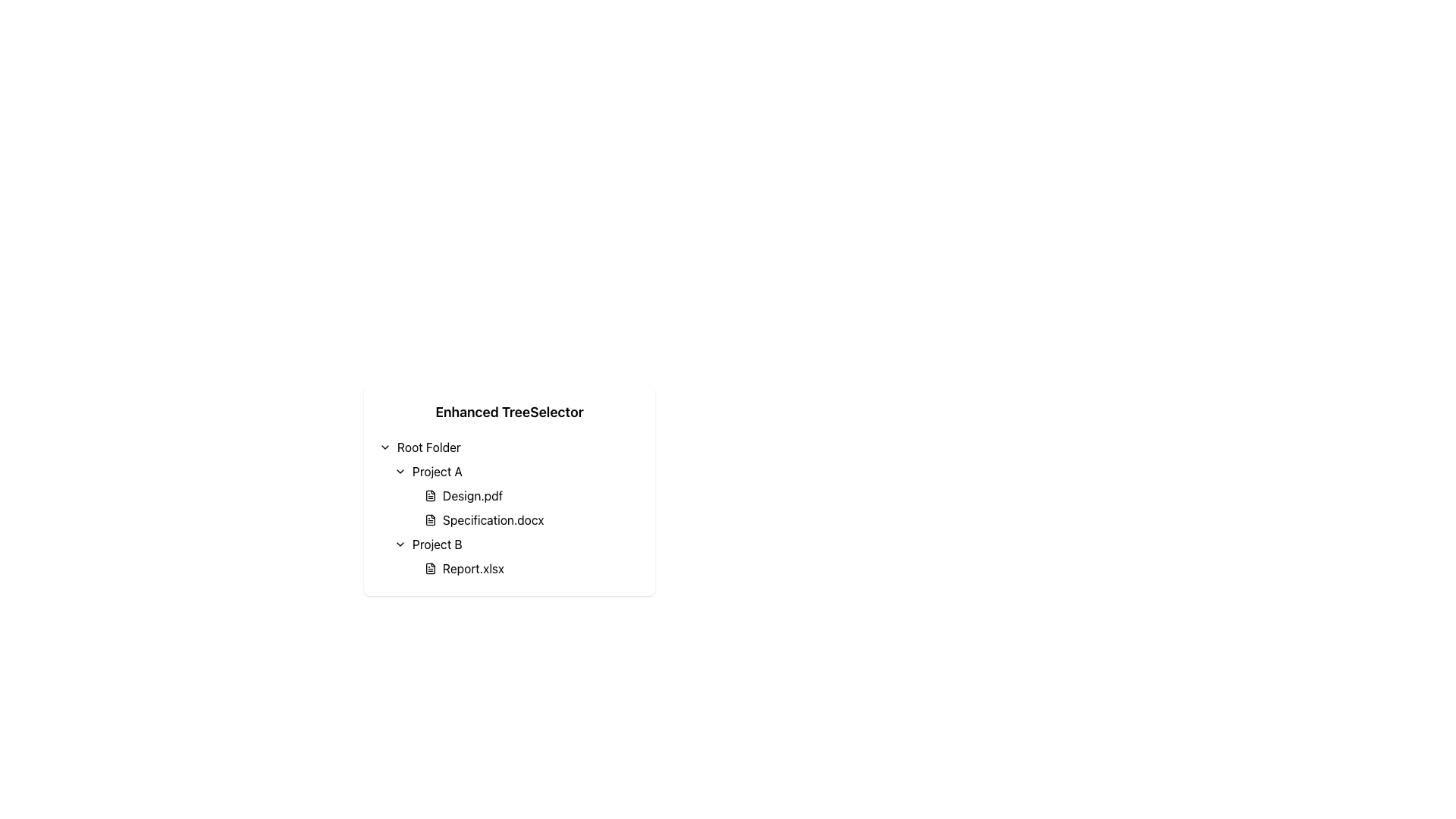 This screenshot has width=1456, height=819. Describe the element at coordinates (428, 447) in the screenshot. I see `the 'Root Folder' text label to expand or collapse its contents` at that location.